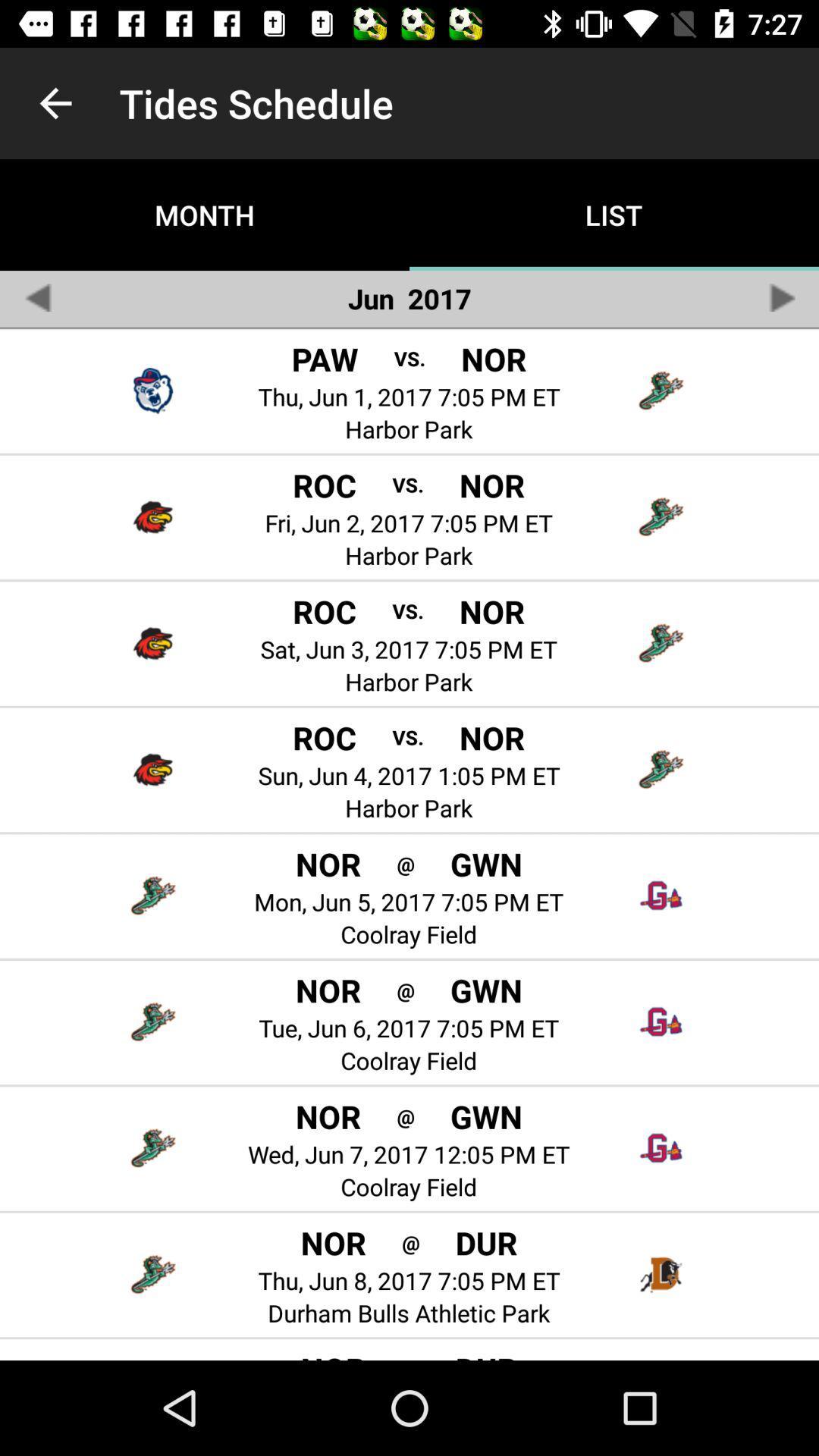  I want to click on the play icon, so click(781, 297).